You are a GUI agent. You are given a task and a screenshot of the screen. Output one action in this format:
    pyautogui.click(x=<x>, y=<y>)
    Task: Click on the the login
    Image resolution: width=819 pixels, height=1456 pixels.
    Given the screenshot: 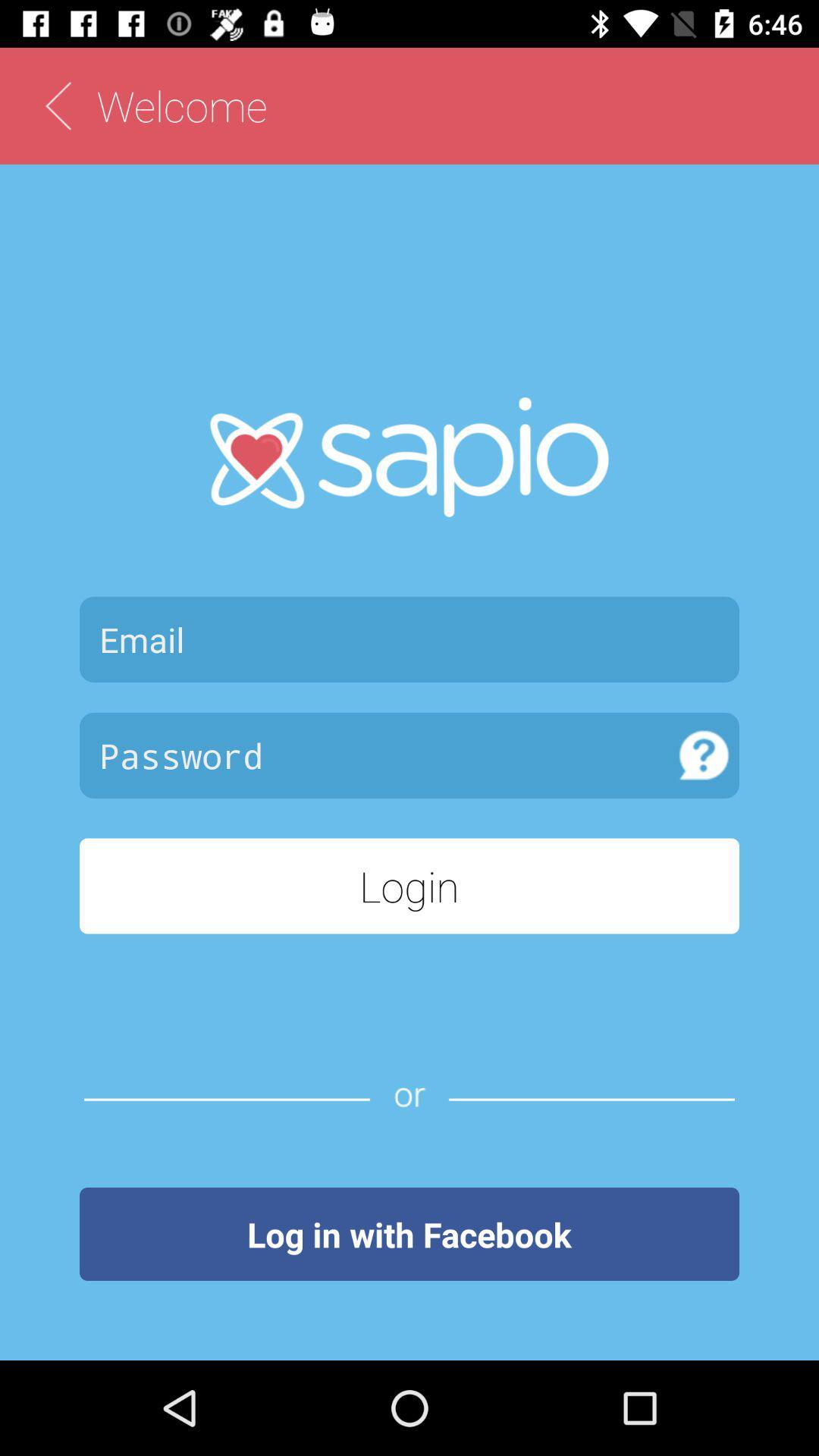 What is the action you would take?
    pyautogui.click(x=409, y=886)
    